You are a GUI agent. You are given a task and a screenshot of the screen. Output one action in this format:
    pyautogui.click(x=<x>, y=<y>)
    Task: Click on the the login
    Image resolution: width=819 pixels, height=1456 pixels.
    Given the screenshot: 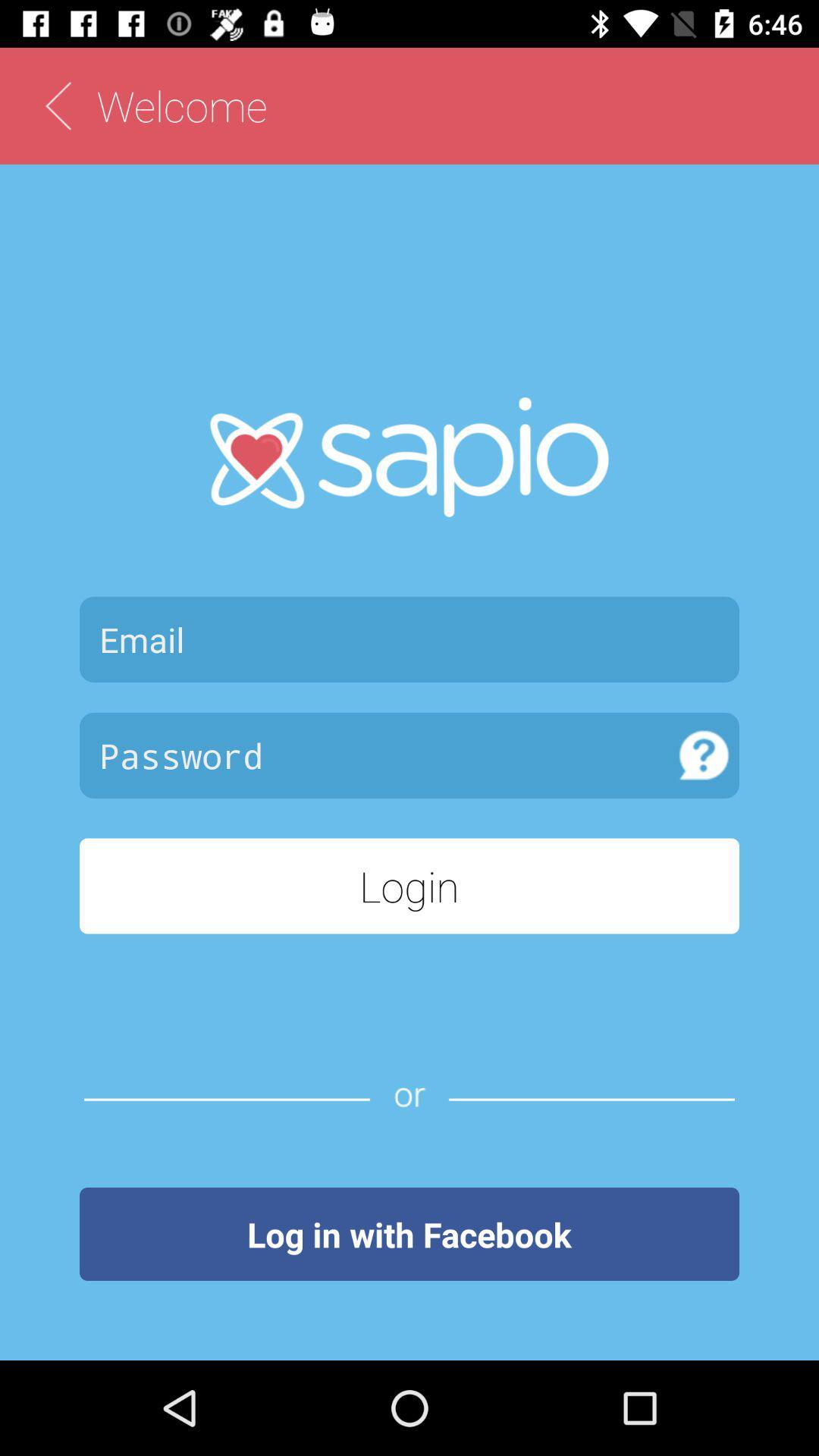 What is the action you would take?
    pyautogui.click(x=409, y=886)
    